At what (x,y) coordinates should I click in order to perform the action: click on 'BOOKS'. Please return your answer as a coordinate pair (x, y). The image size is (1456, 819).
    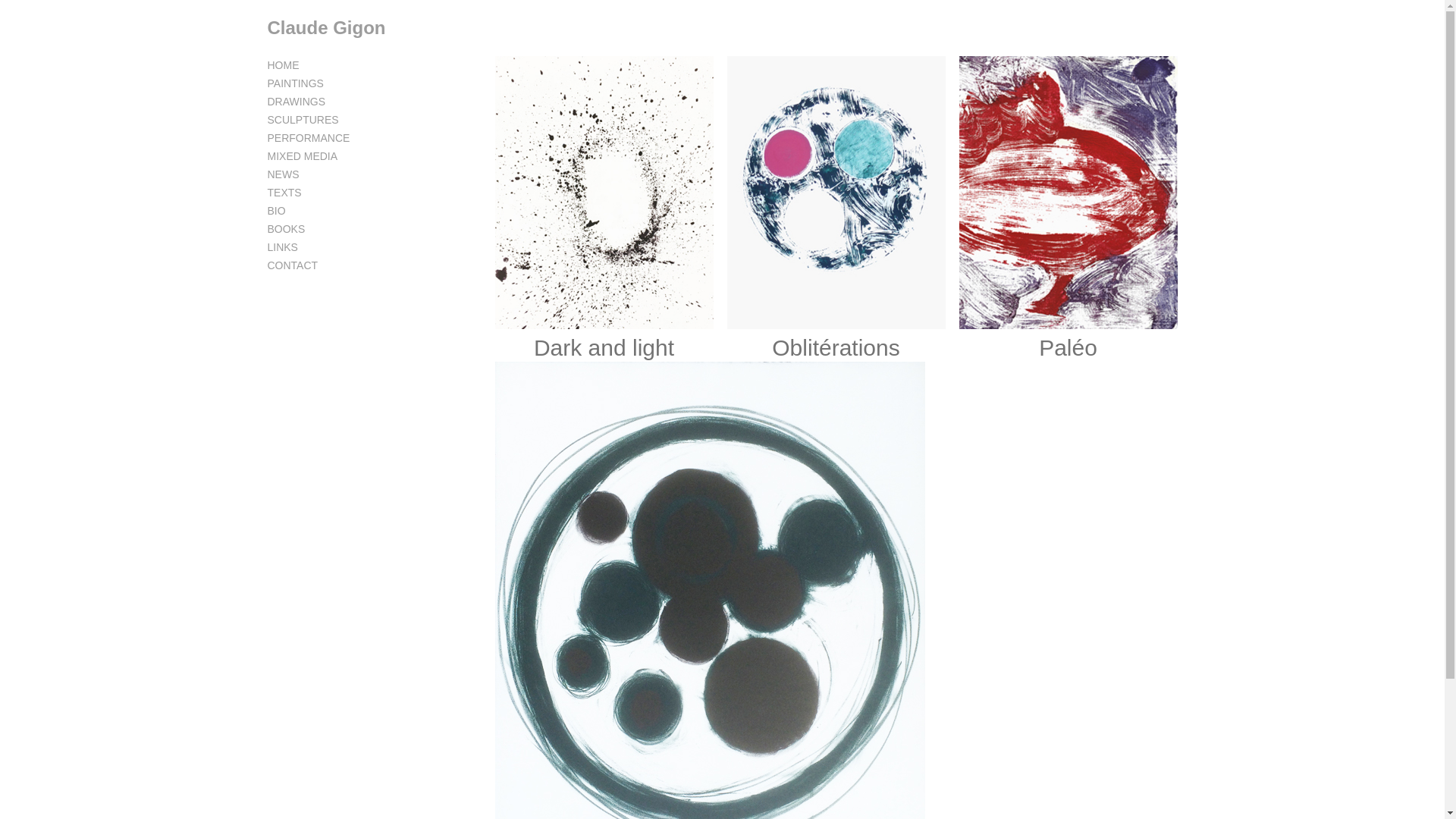
    Looking at the image, I should click on (286, 228).